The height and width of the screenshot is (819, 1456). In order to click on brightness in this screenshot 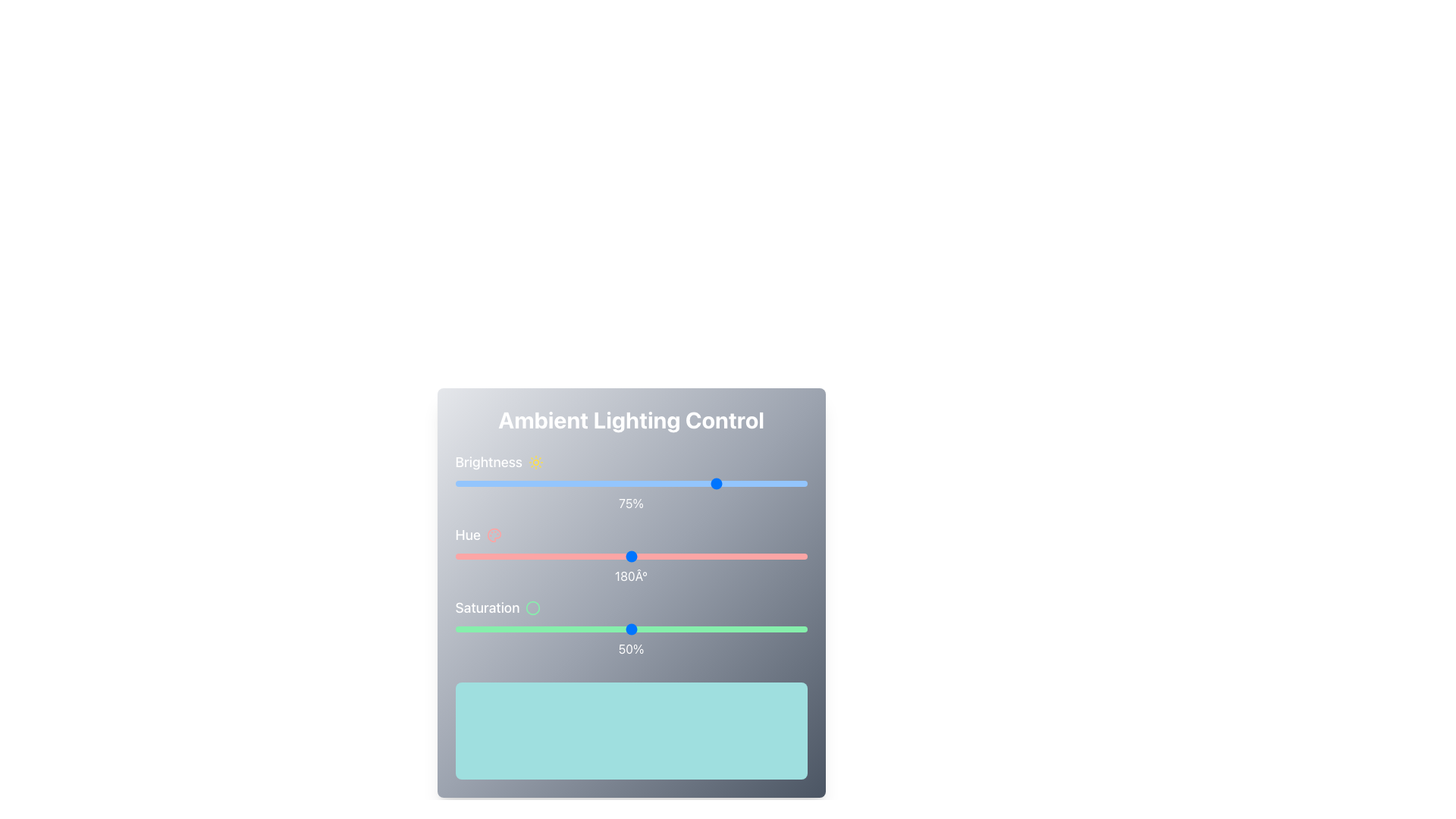, I will do `click(465, 483)`.